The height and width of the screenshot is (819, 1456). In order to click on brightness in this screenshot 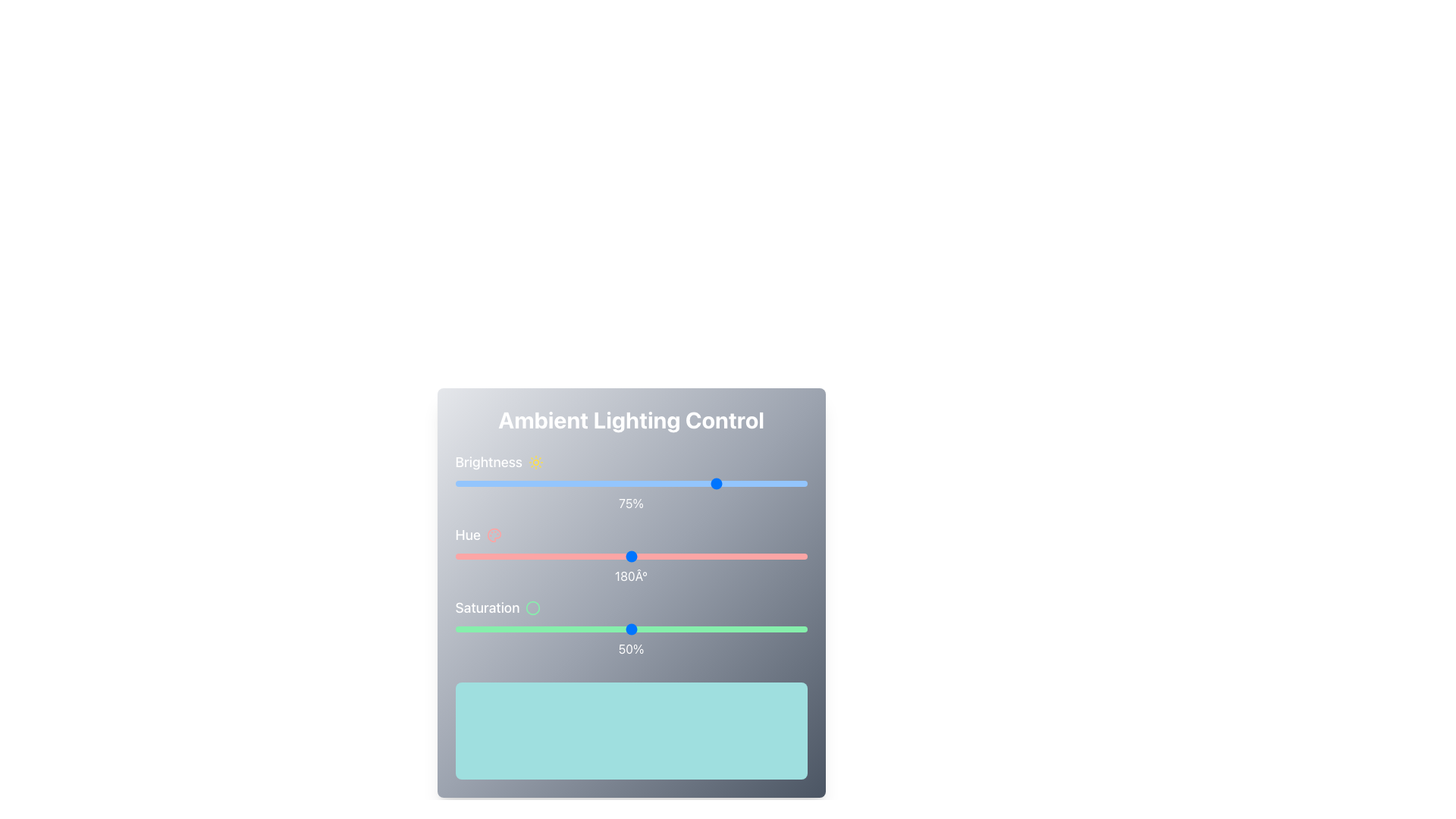, I will do `click(465, 483)`.